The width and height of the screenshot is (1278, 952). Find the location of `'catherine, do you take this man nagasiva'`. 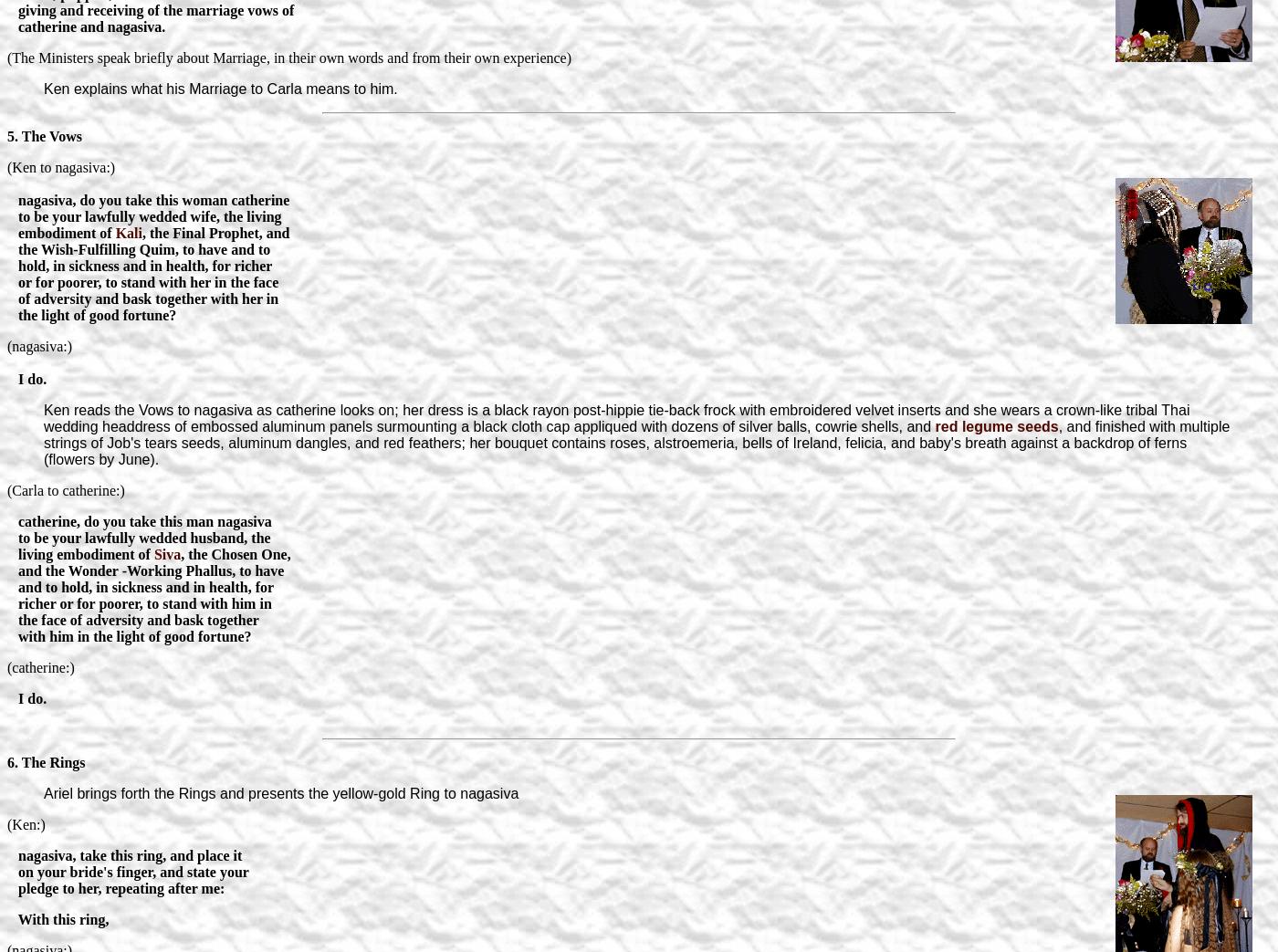

'catherine, do you take this man nagasiva' is located at coordinates (6, 520).